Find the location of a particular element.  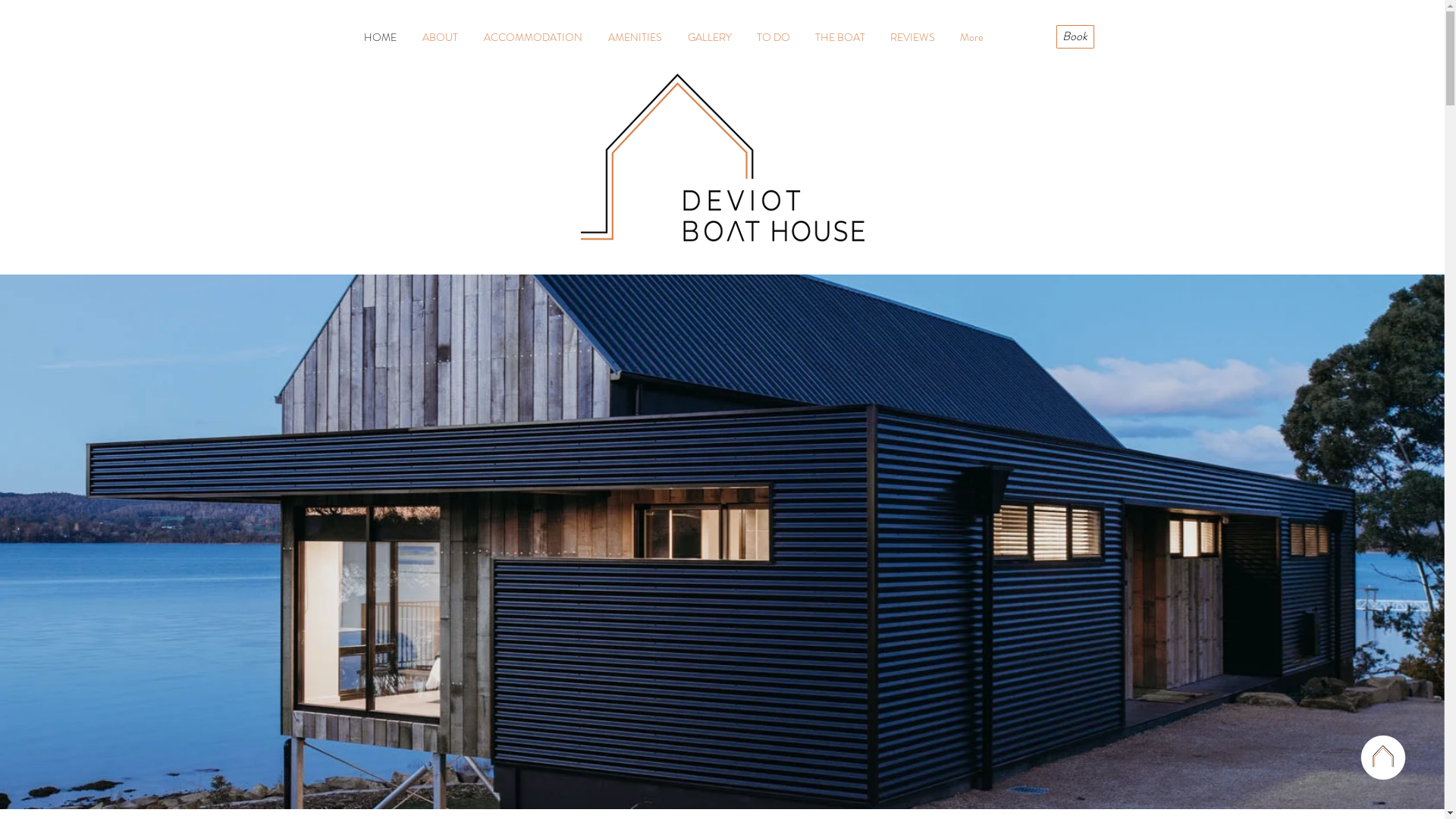

'HOME' is located at coordinates (379, 36).